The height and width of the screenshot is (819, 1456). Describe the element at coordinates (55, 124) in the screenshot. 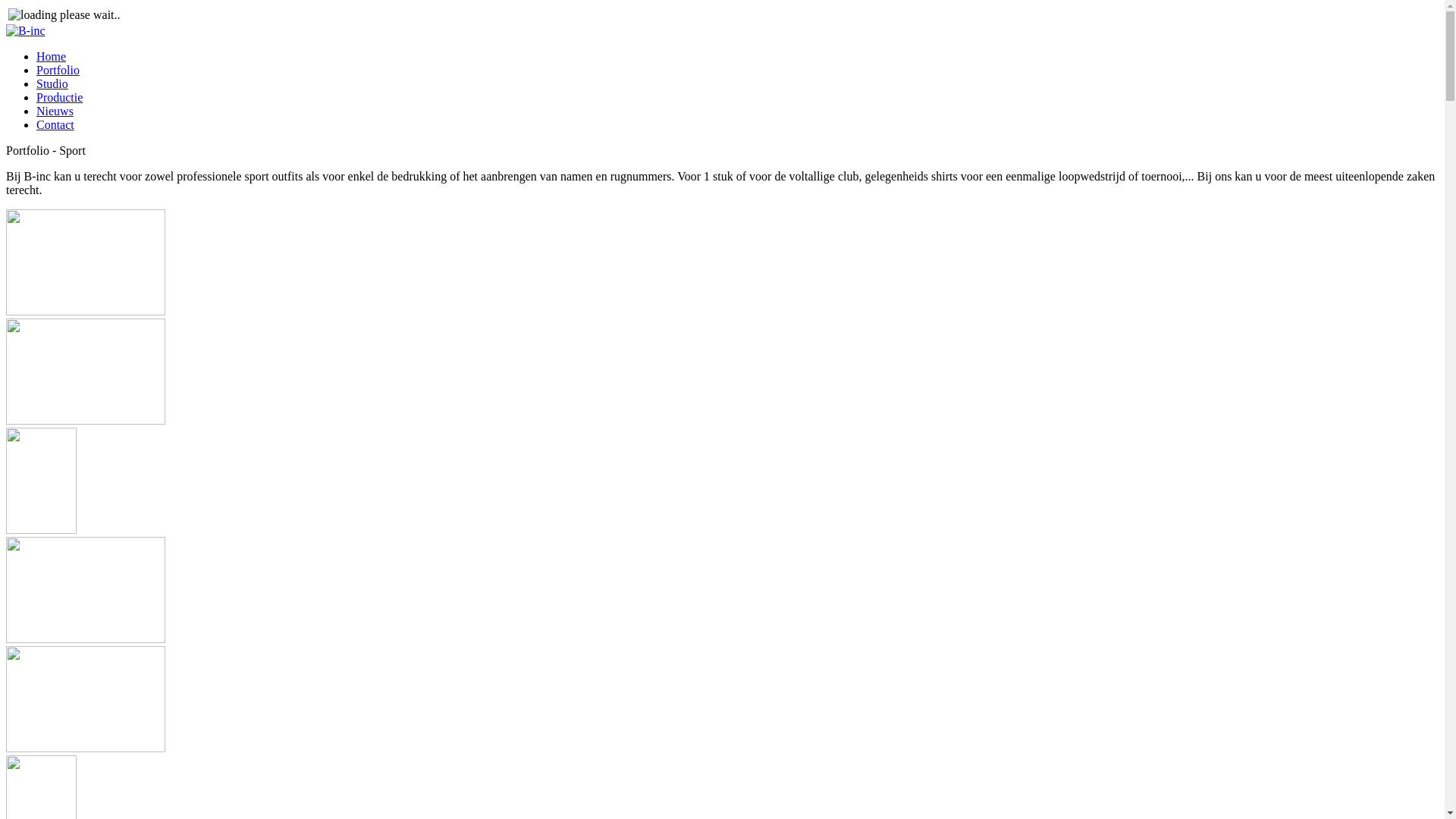

I see `'Contact'` at that location.